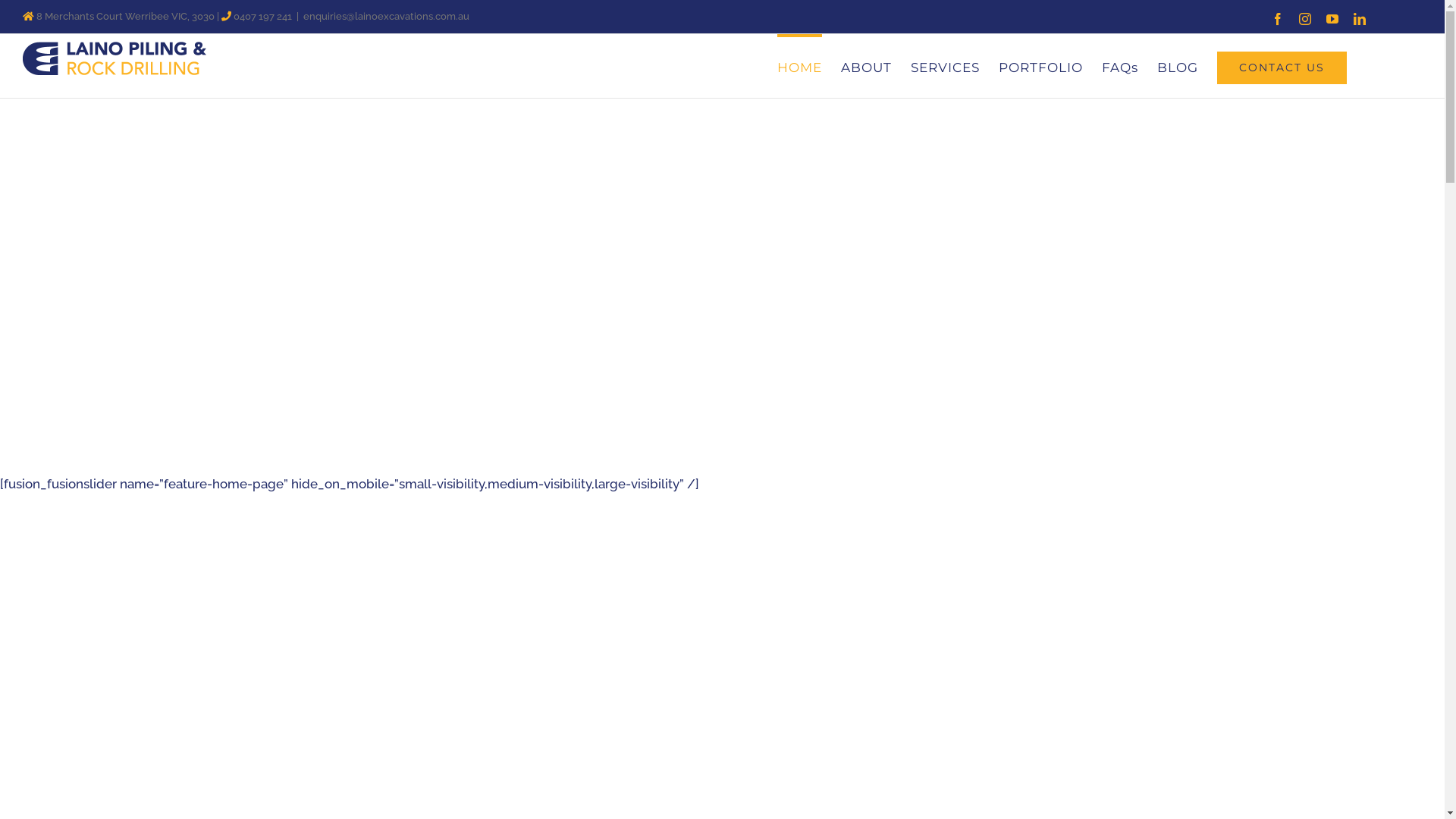  Describe the element at coordinates (799, 65) in the screenshot. I see `'HOME'` at that location.